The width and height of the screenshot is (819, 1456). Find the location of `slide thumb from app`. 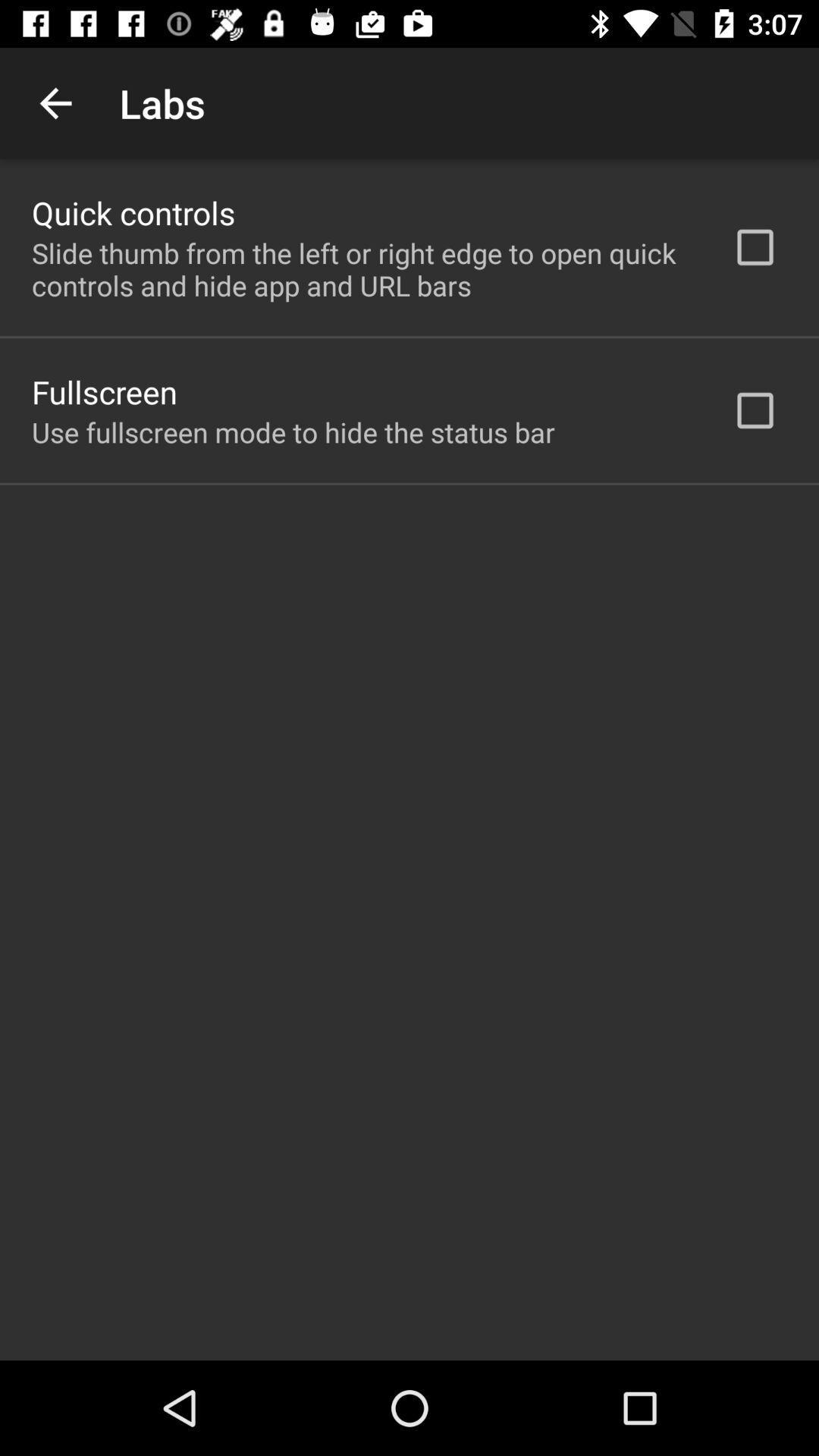

slide thumb from app is located at coordinates (362, 269).